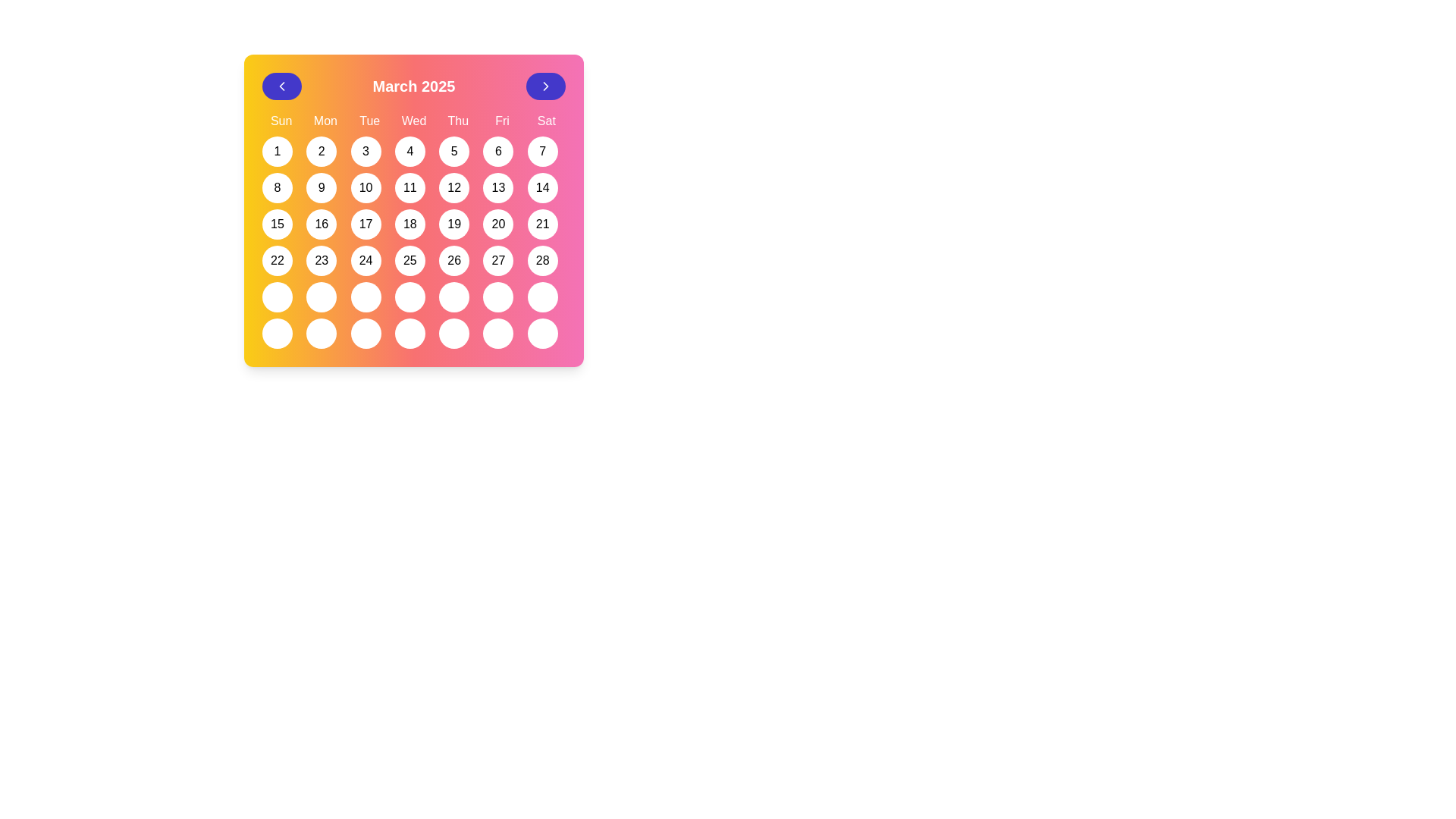 The image size is (1456, 819). I want to click on the left arrow navigation button within the blue circular button at the top-left corner of the calendar interface, so click(282, 86).